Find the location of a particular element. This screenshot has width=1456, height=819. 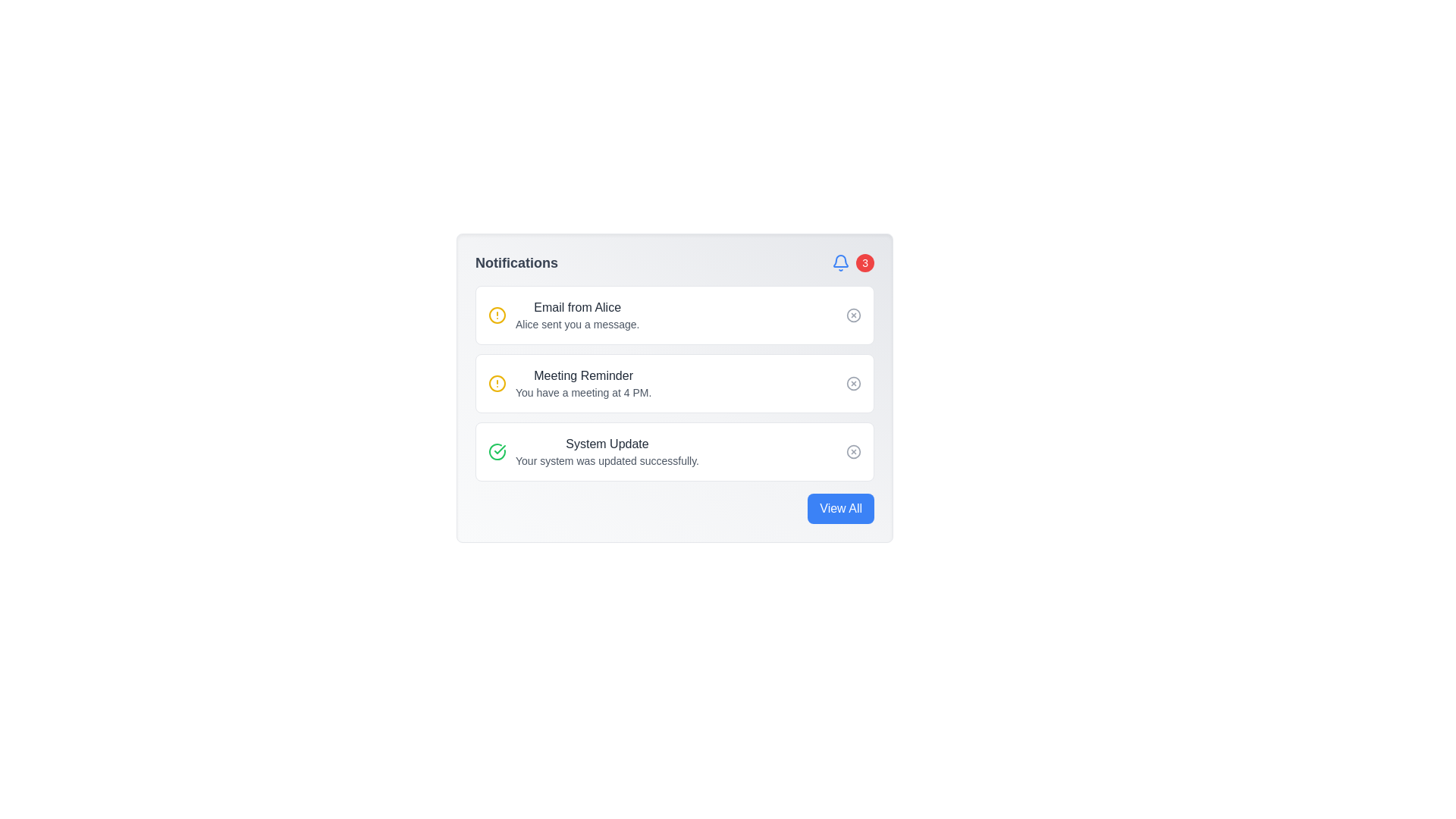

the success status icon within the circular SVG icon at the bottom-left of the 'System Update' notification, which is the third item in the notification list is located at coordinates (497, 451).